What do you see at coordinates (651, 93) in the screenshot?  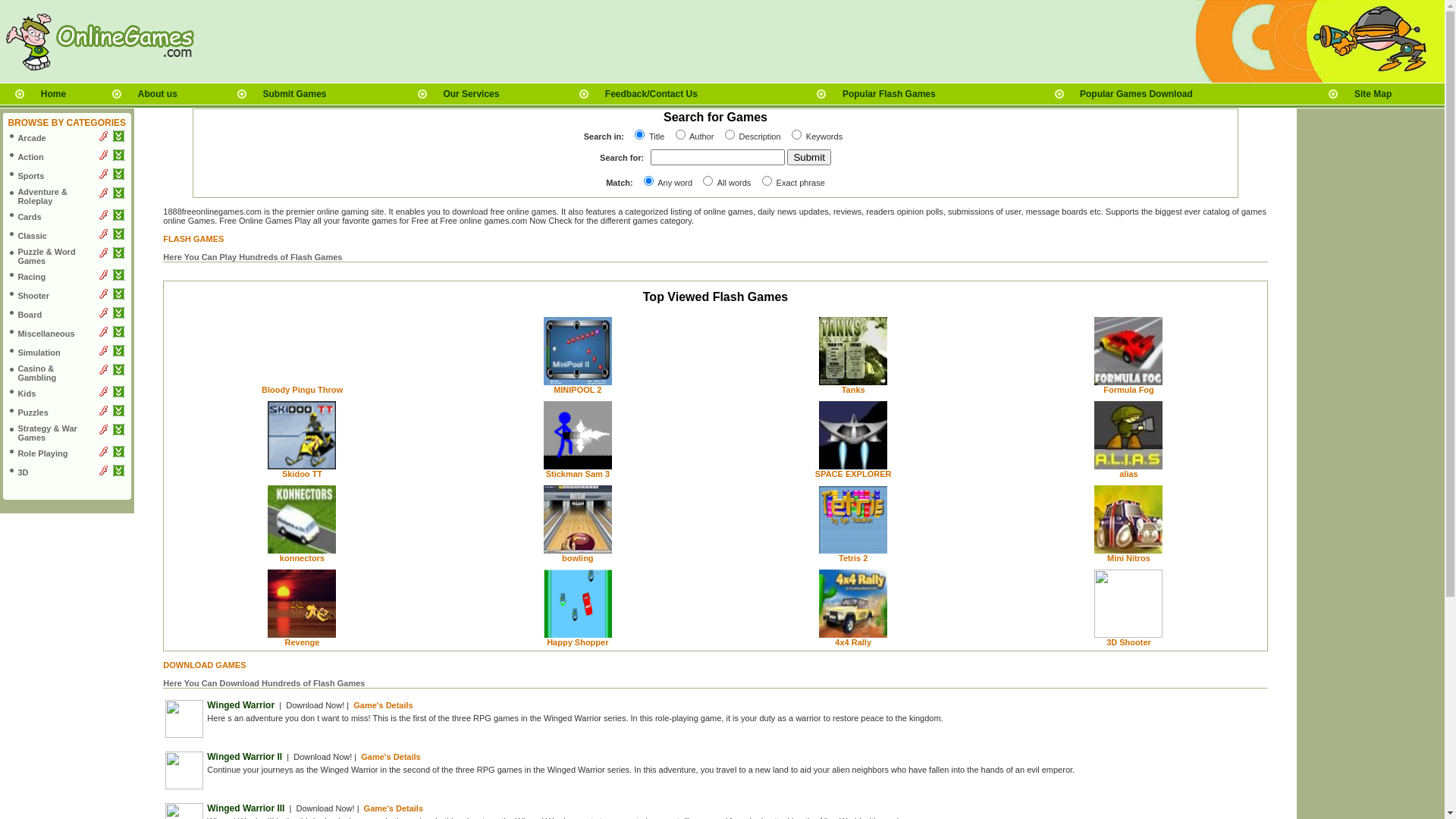 I see `'Feedback/Contact Us'` at bounding box center [651, 93].